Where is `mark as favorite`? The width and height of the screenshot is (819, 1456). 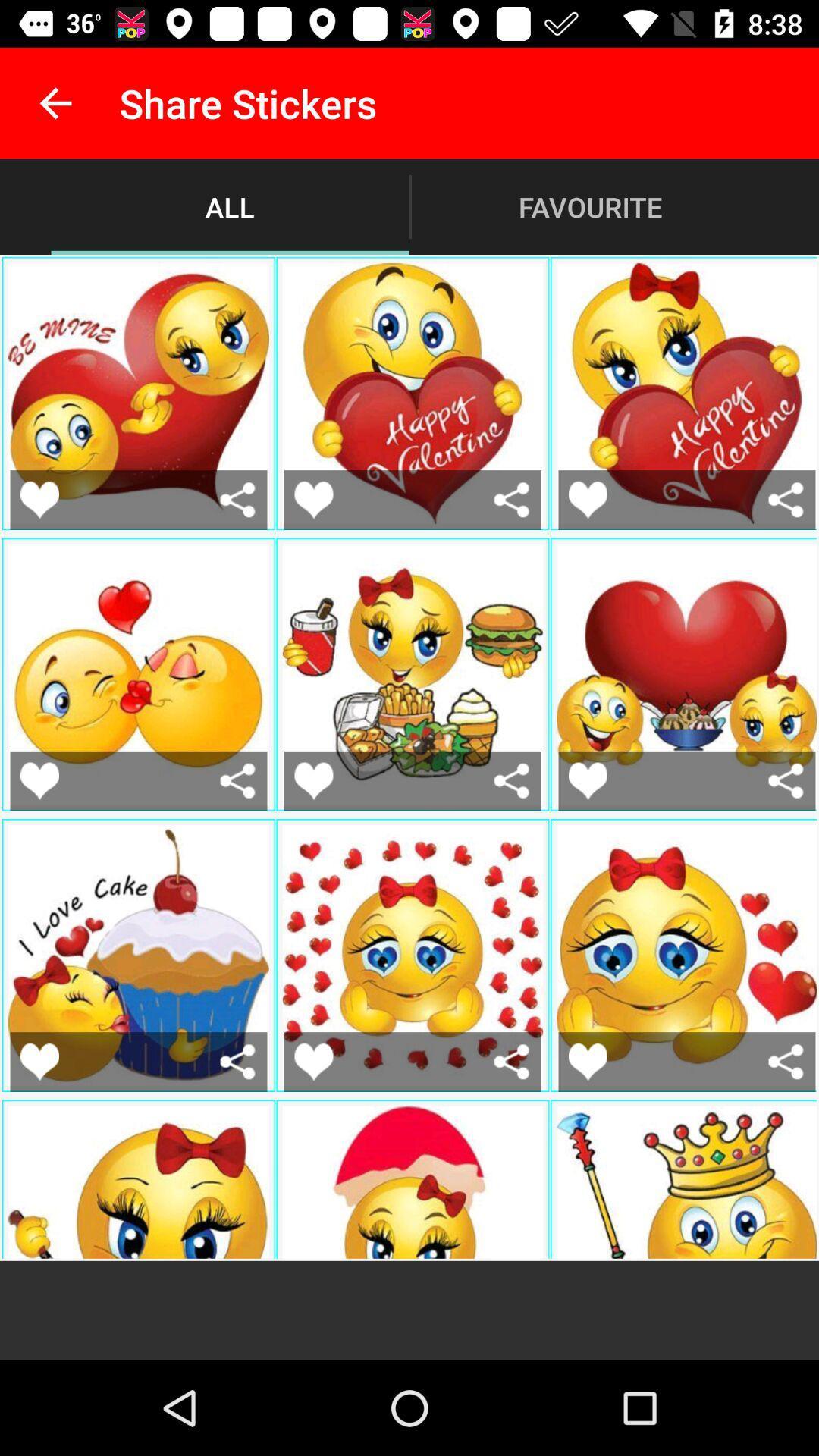 mark as favorite is located at coordinates (39, 1061).